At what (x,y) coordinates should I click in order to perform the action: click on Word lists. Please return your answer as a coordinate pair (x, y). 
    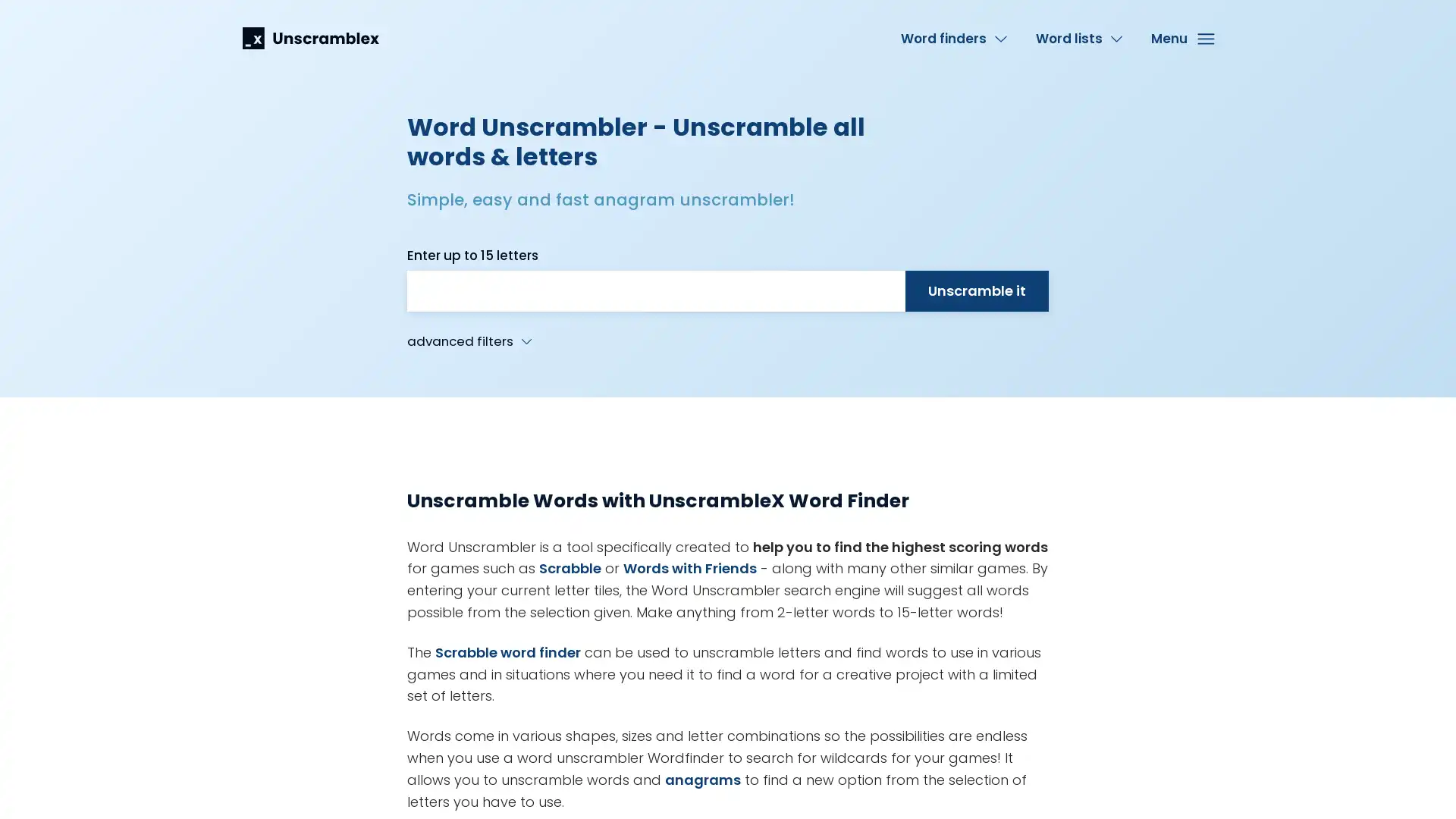
    Looking at the image, I should click on (1078, 37).